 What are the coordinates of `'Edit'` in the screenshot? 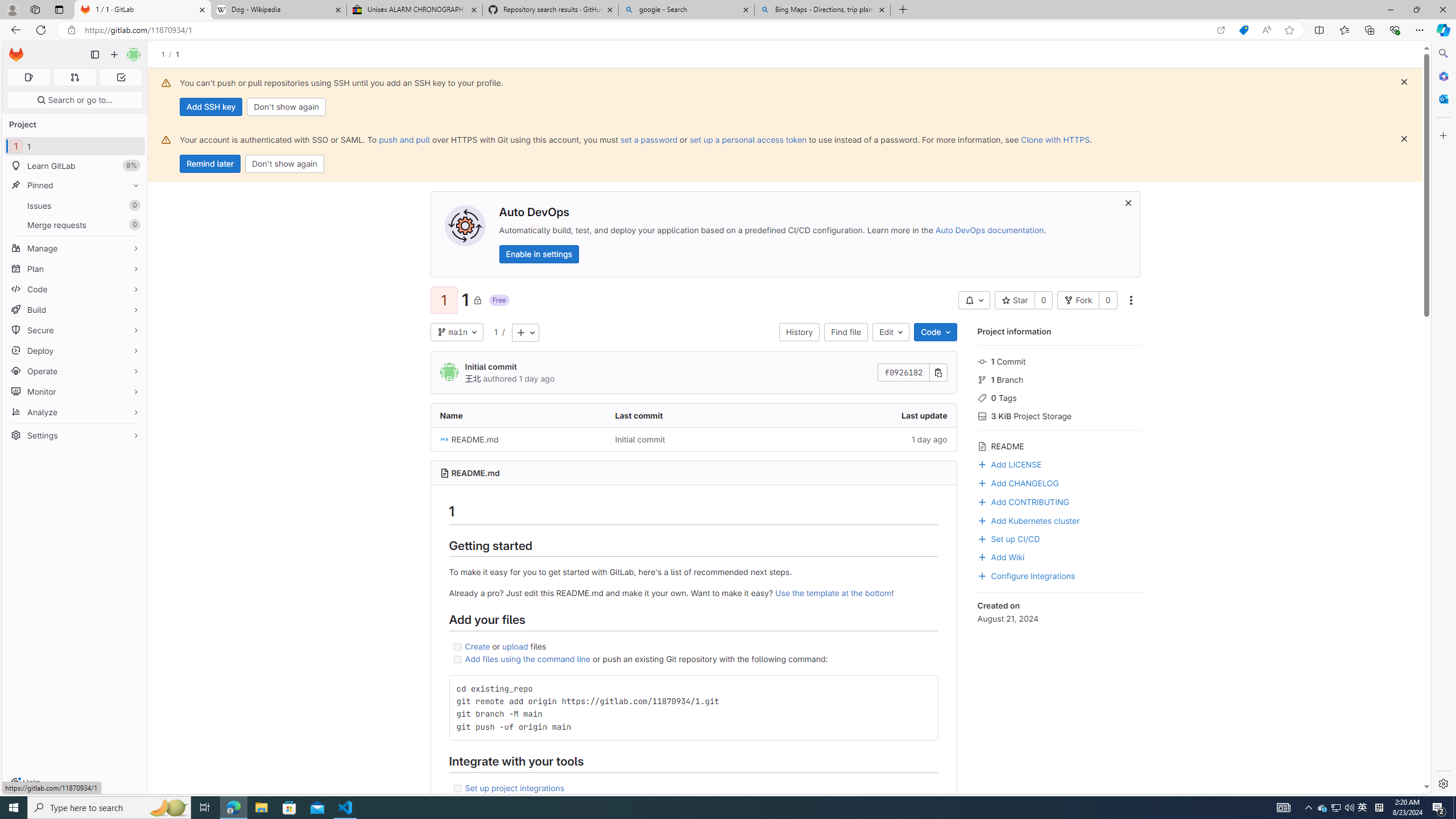 It's located at (890, 331).